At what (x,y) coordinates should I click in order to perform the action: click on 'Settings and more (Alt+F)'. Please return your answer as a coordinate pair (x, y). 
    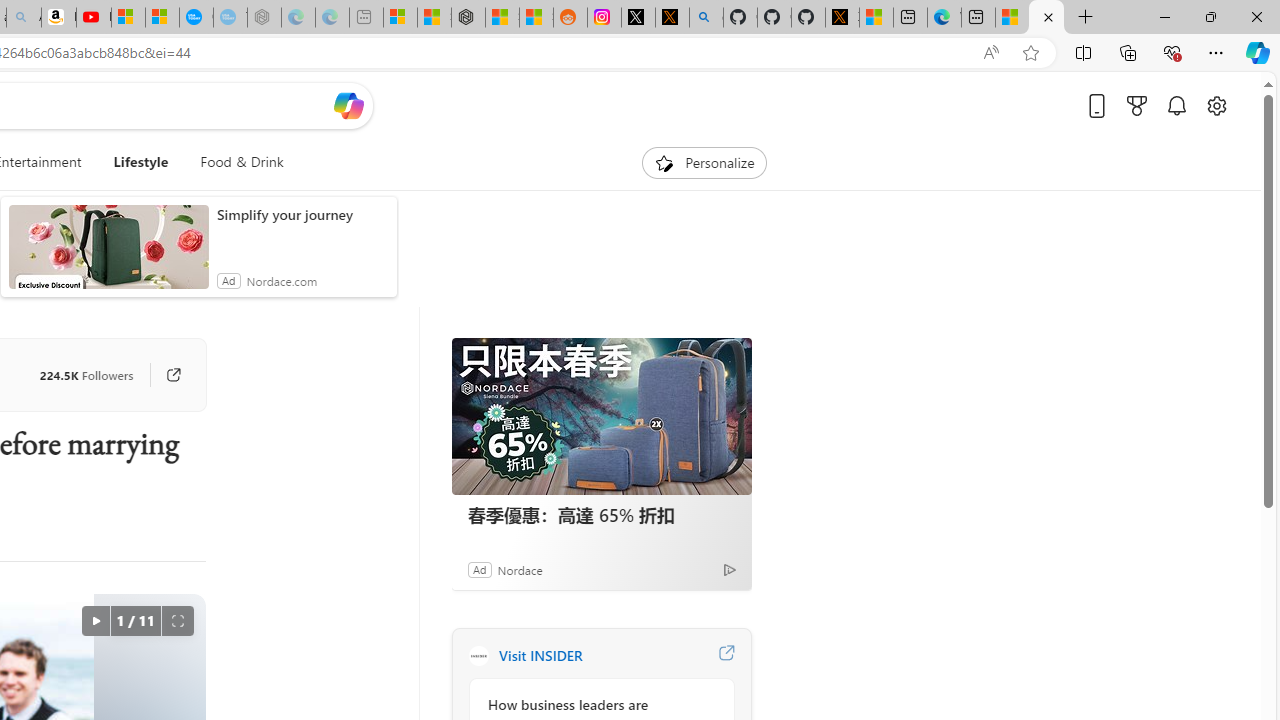
    Looking at the image, I should click on (1215, 51).